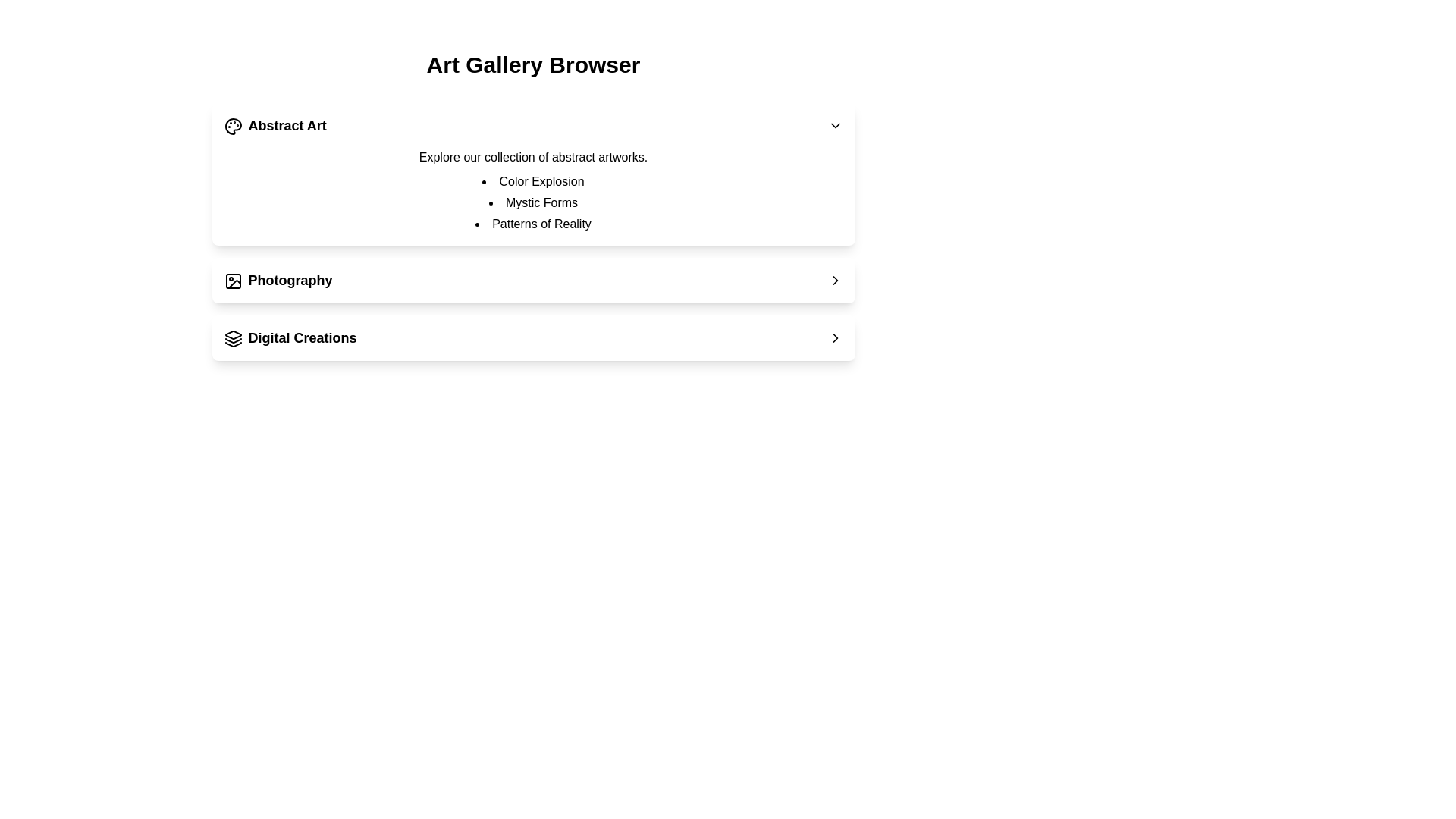 The height and width of the screenshot is (819, 1456). Describe the element at coordinates (232, 281) in the screenshot. I see `the icon of the category header for Photography` at that location.